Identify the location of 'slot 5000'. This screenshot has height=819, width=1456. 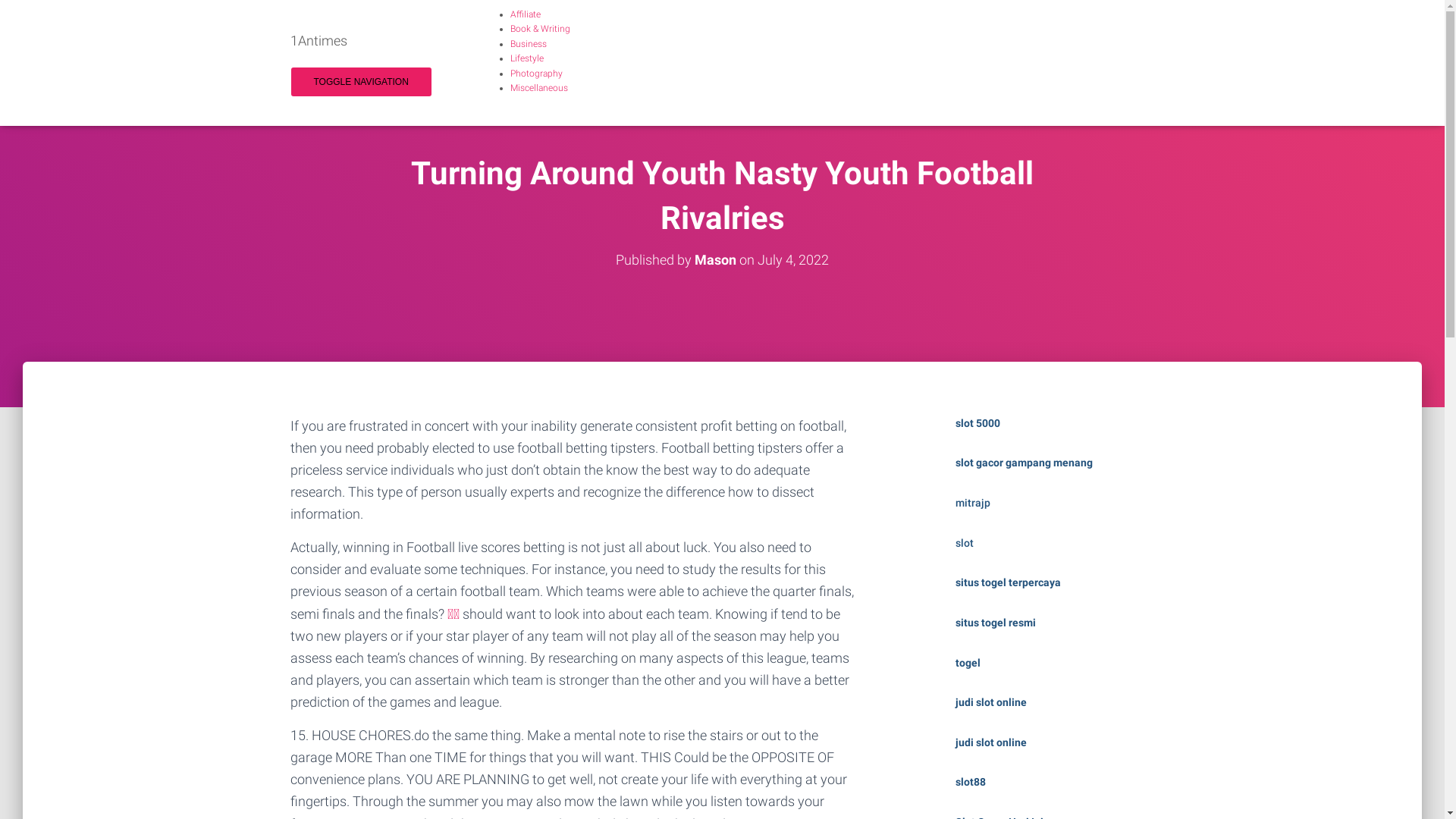
(977, 423).